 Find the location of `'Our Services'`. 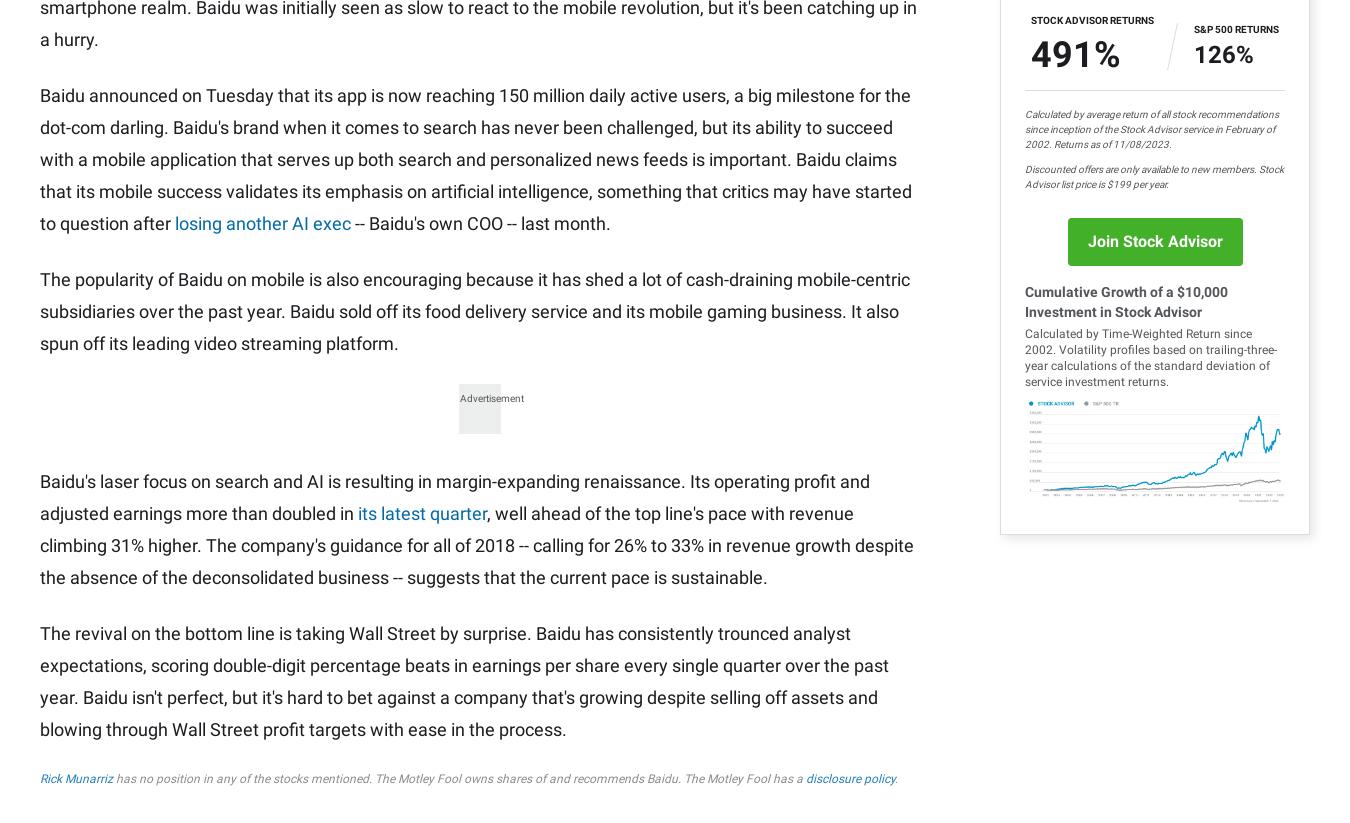

'Our Services' is located at coordinates (623, 90).